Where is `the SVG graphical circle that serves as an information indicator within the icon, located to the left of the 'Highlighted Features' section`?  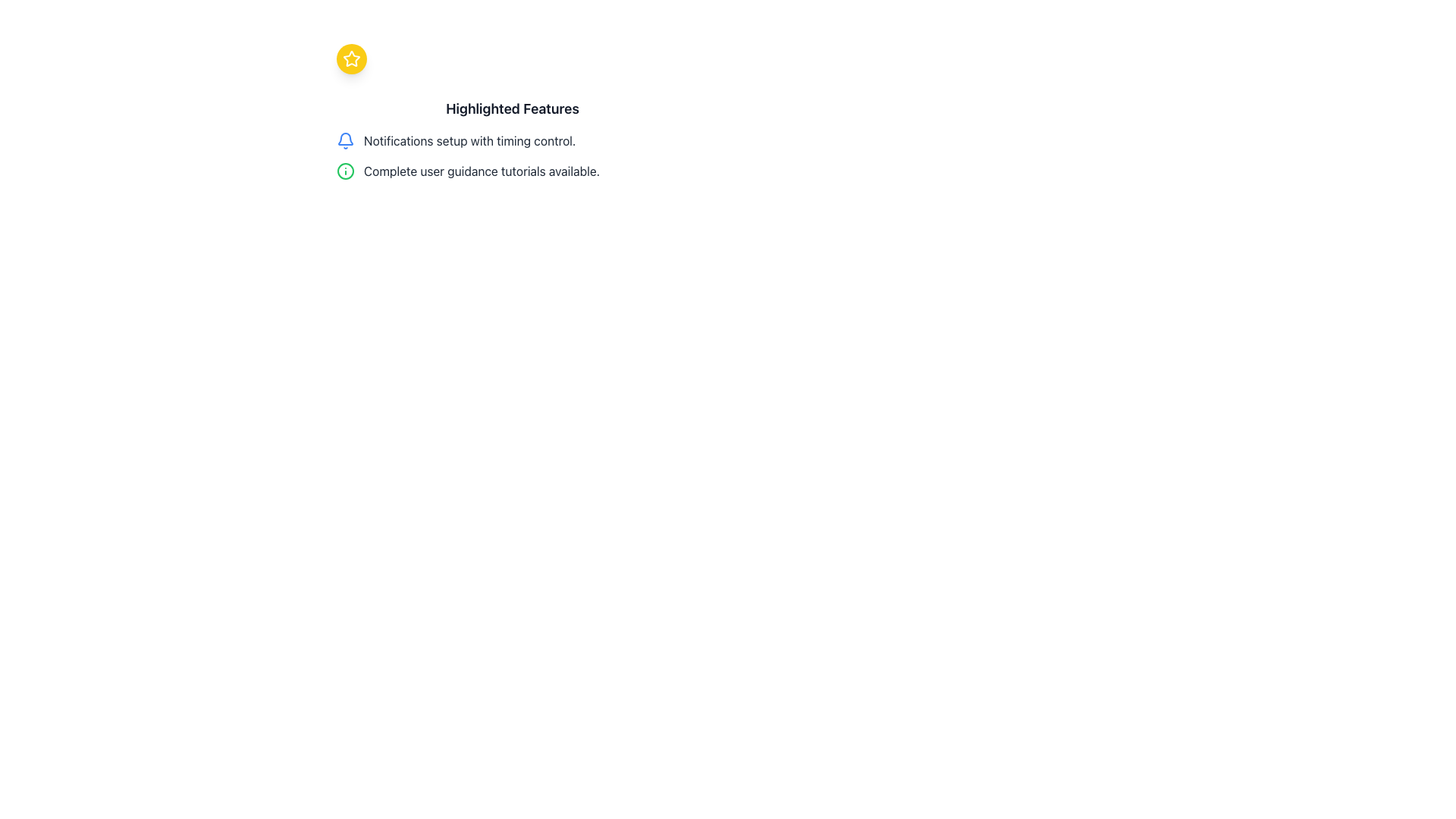 the SVG graphical circle that serves as an information indicator within the icon, located to the left of the 'Highlighted Features' section is located at coordinates (345, 171).